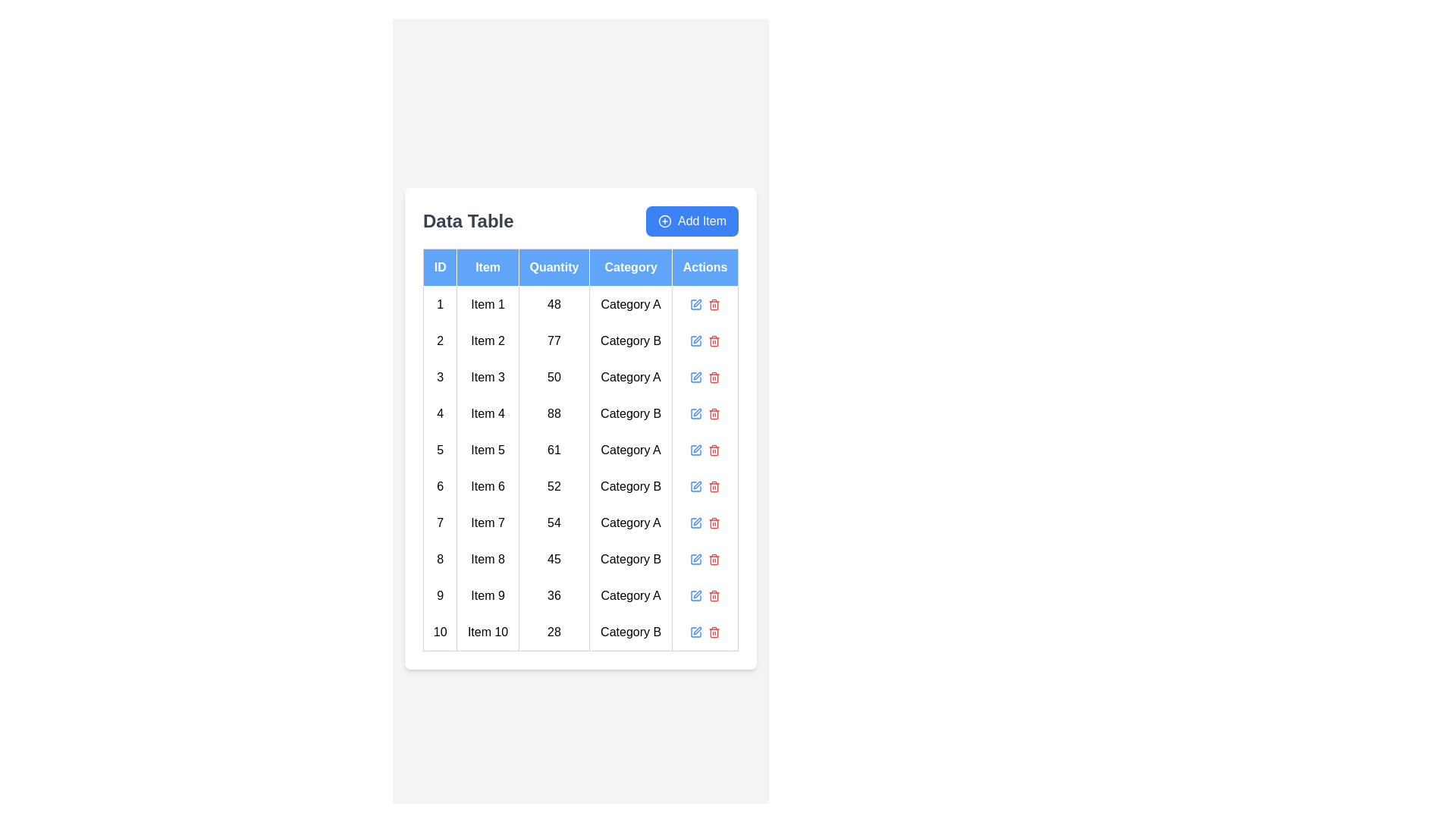  I want to click on the non-interactive table cell displaying the quantity for 'Item 6' in the sixth row and third column of the table, so click(553, 486).